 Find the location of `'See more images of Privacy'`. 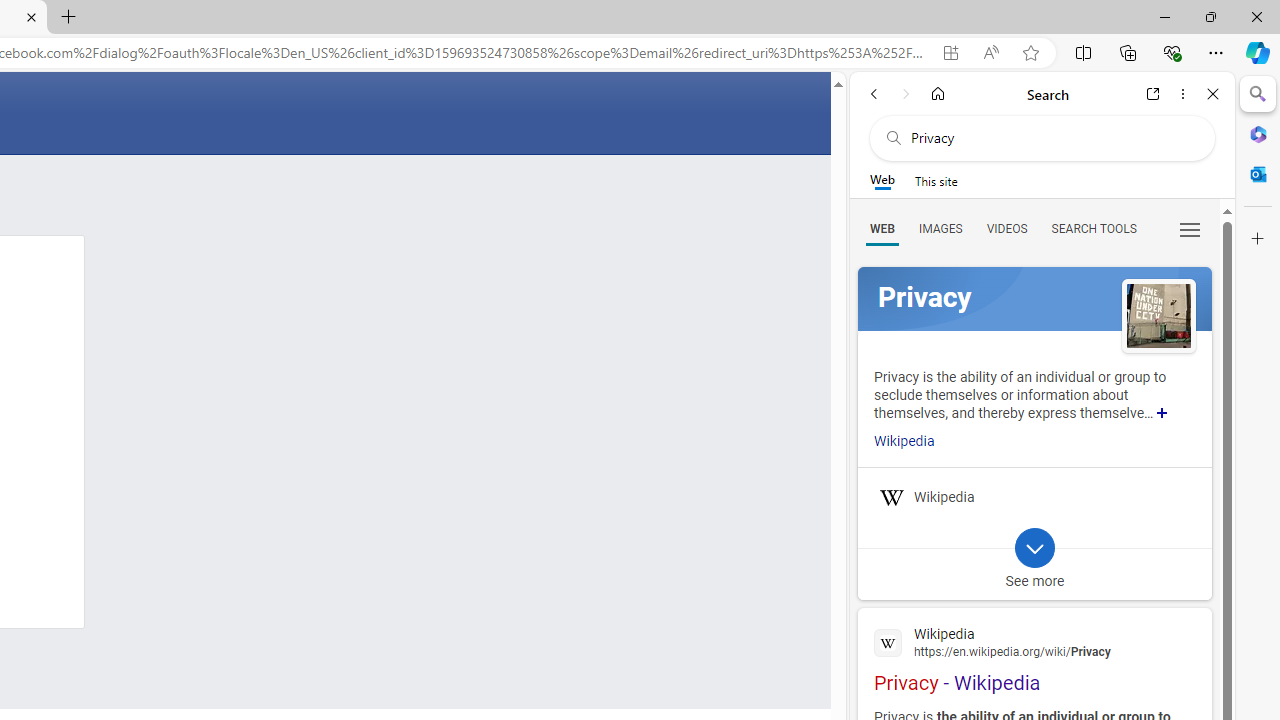

'See more images of Privacy' is located at coordinates (1158, 316).